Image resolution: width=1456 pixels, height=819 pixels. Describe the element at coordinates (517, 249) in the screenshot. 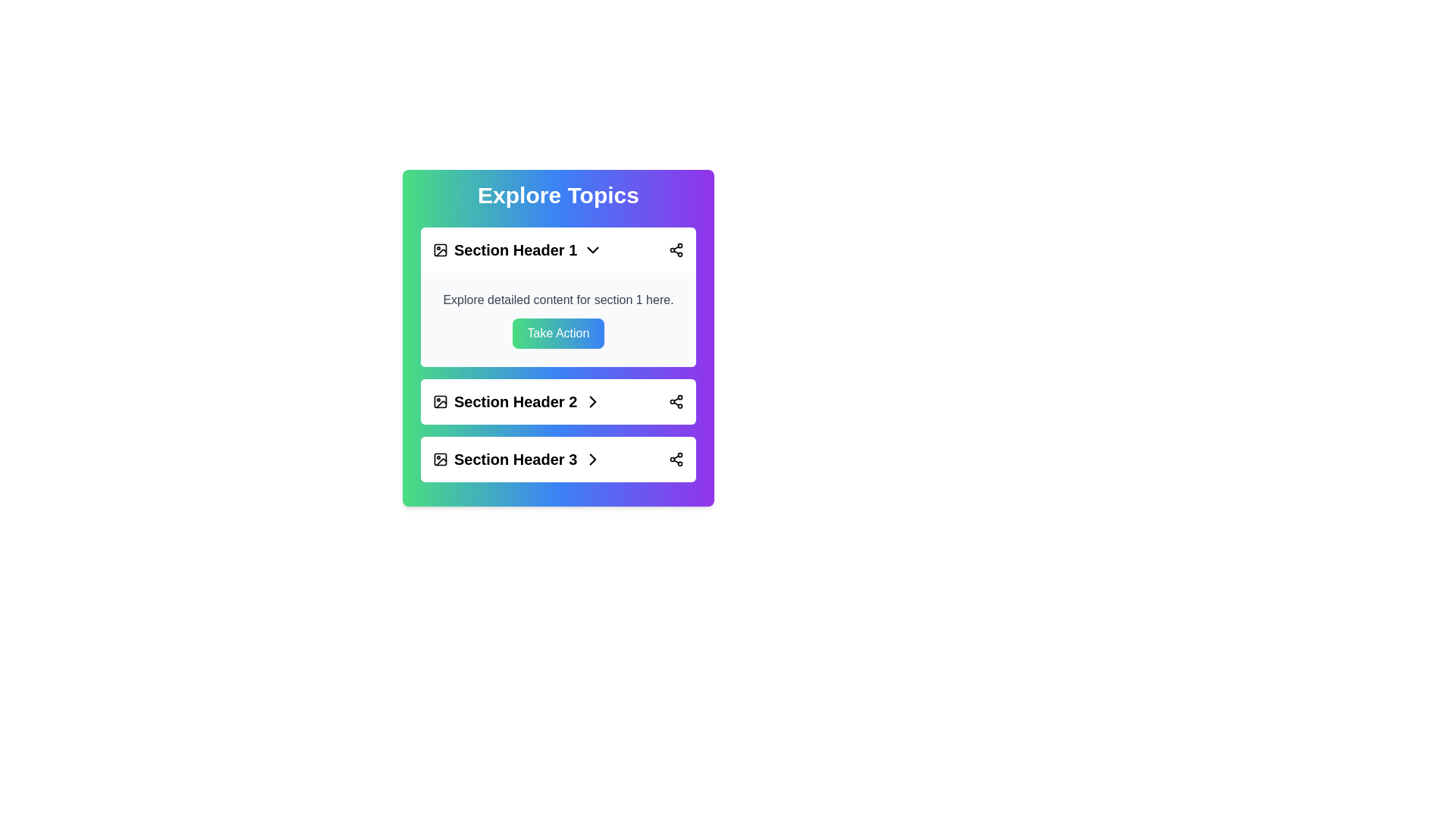

I see `the text element displaying 'Section Header 1' and its adjacent icons for further actions` at that location.